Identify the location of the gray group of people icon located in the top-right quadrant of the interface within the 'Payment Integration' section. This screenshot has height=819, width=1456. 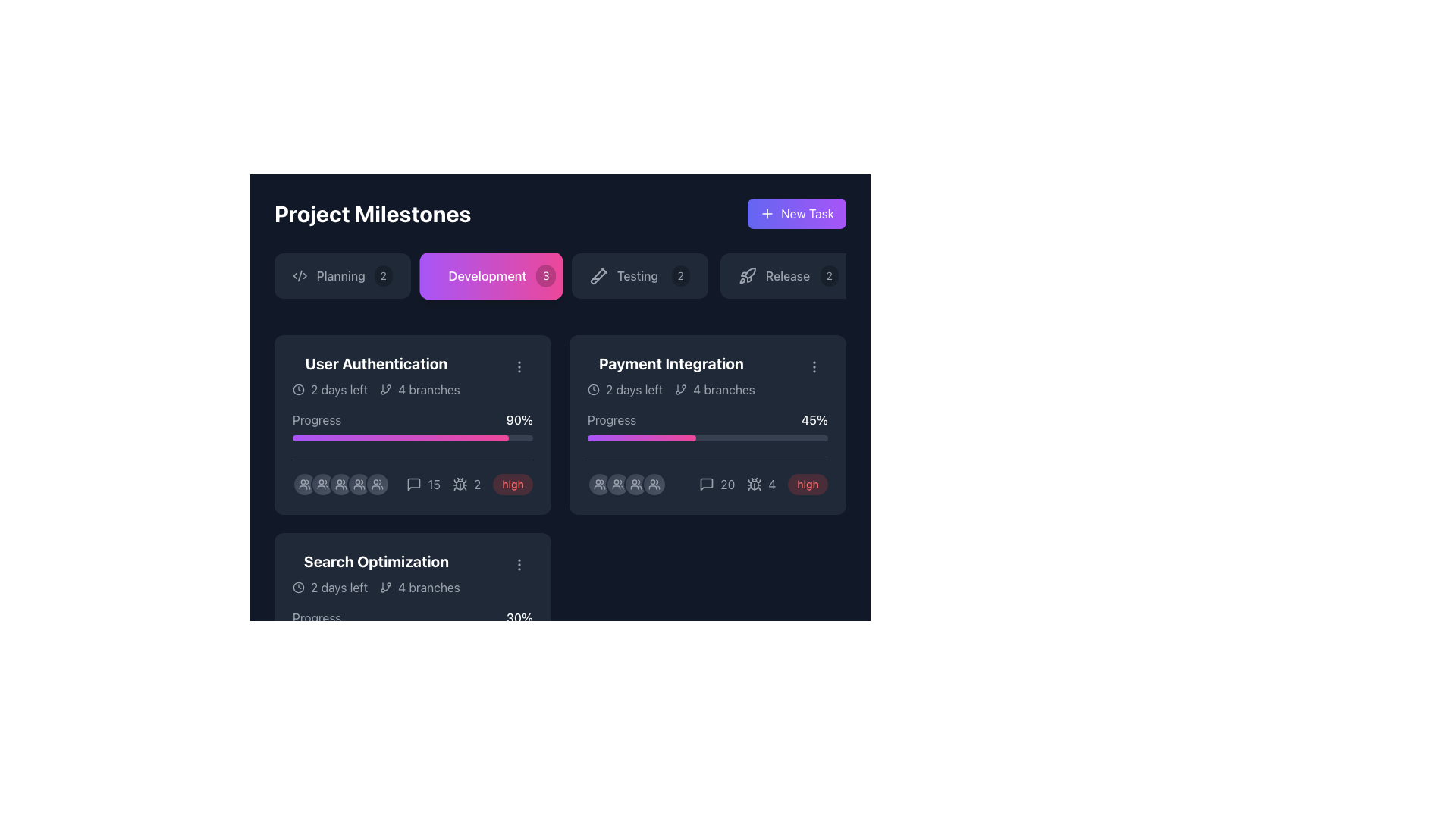
(654, 485).